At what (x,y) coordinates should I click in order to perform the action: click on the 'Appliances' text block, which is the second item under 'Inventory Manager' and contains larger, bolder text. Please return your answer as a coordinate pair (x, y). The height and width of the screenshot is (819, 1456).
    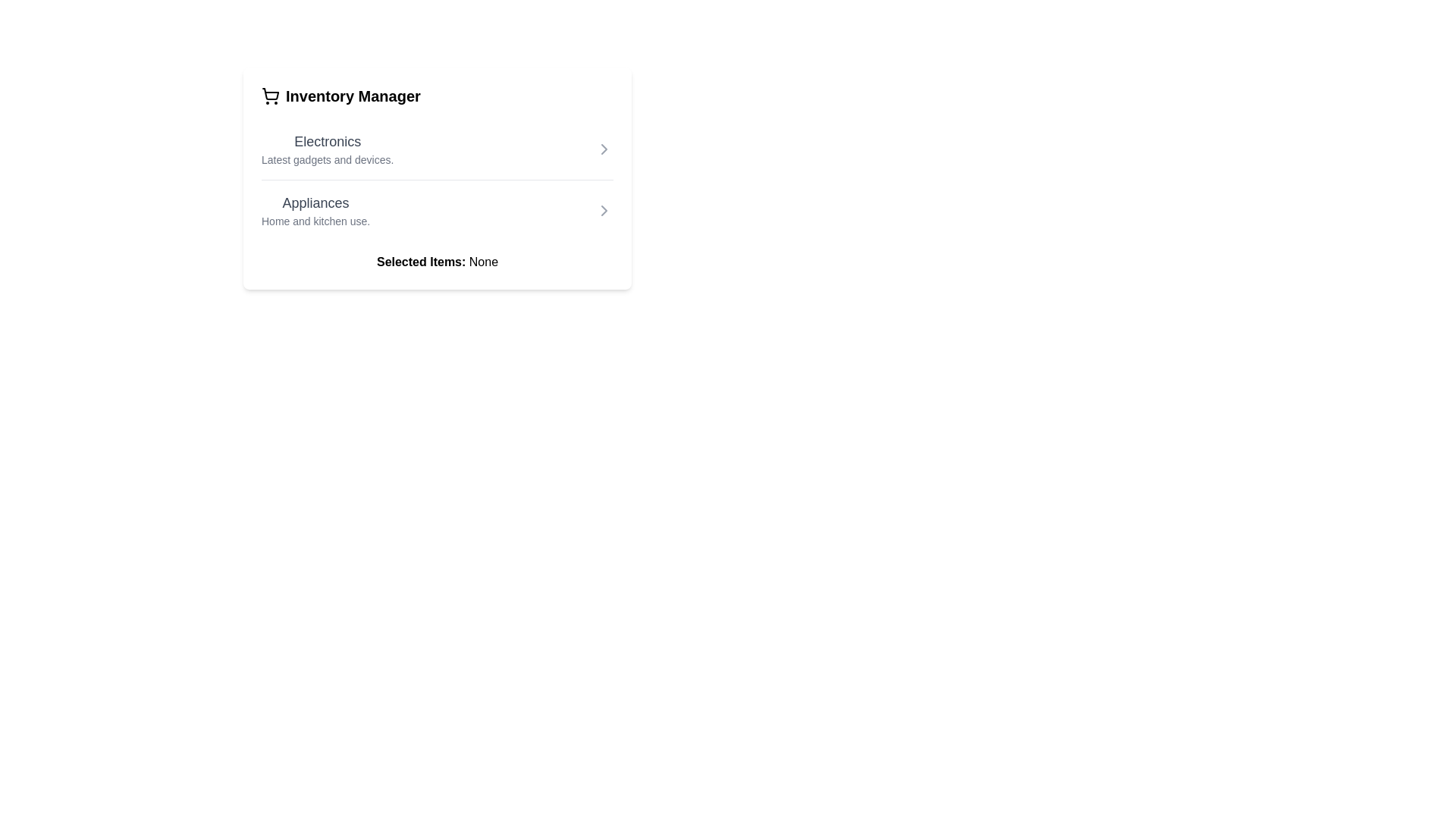
    Looking at the image, I should click on (315, 210).